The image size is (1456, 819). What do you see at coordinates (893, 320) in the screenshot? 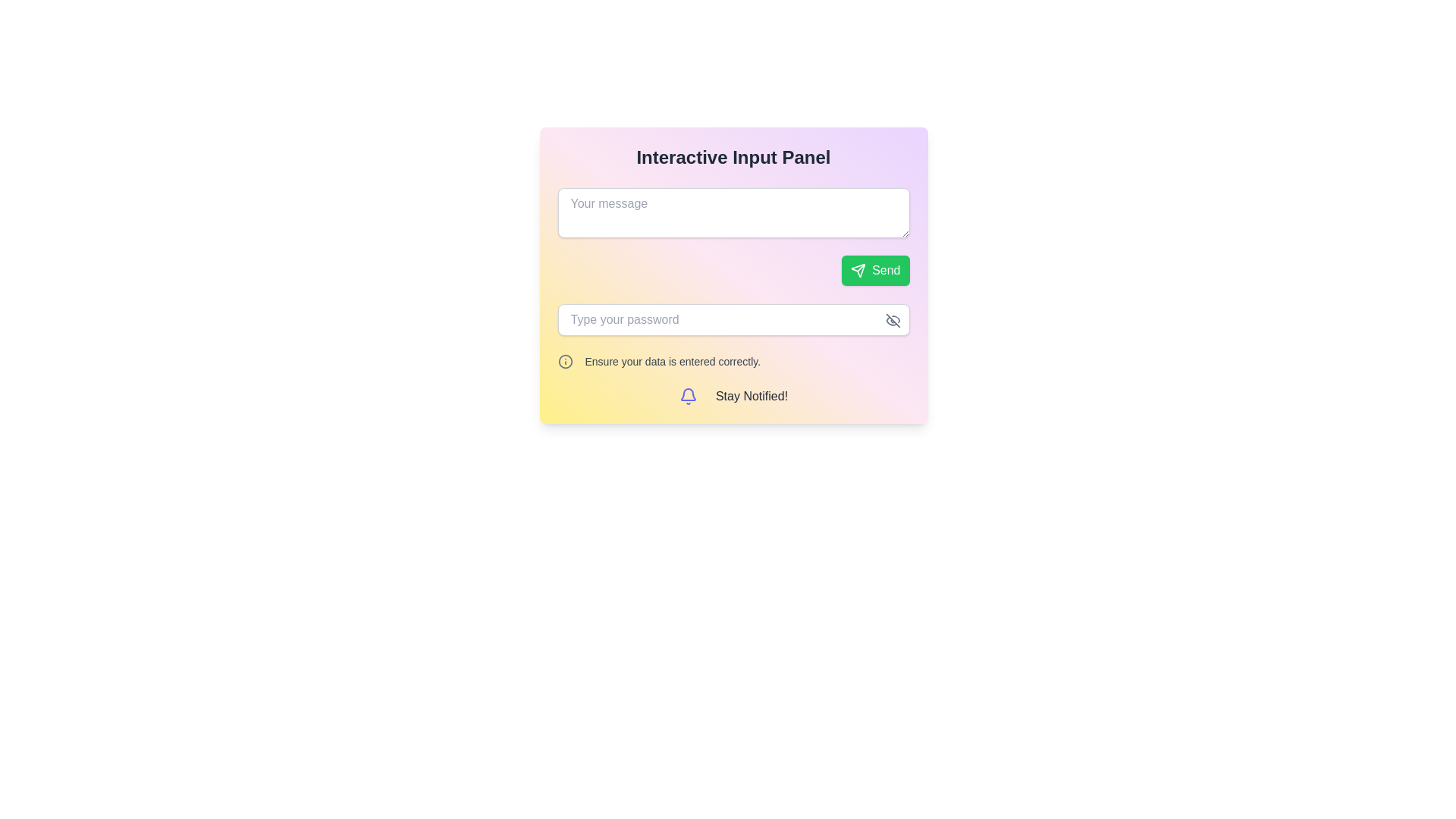
I see `the bottom-most diagonal line of the 'eye-off' icon used` at bounding box center [893, 320].